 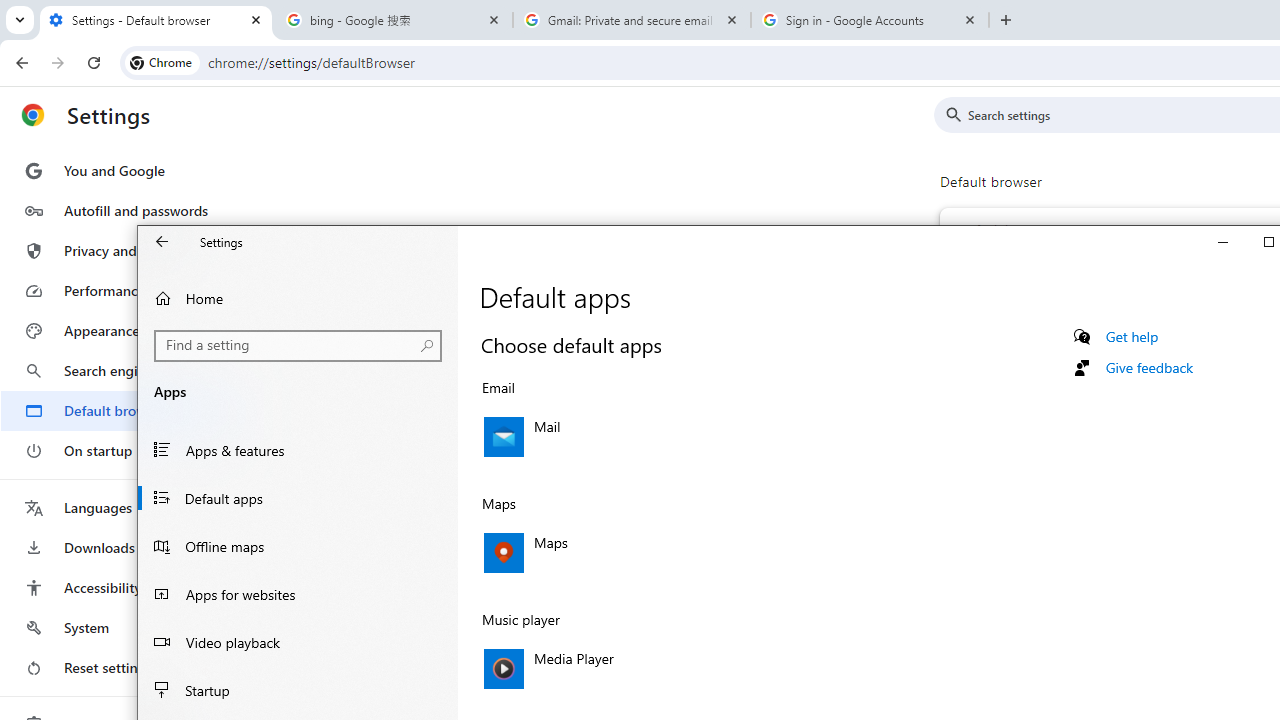 What do you see at coordinates (1149, 367) in the screenshot?
I see `'Give feedback'` at bounding box center [1149, 367].